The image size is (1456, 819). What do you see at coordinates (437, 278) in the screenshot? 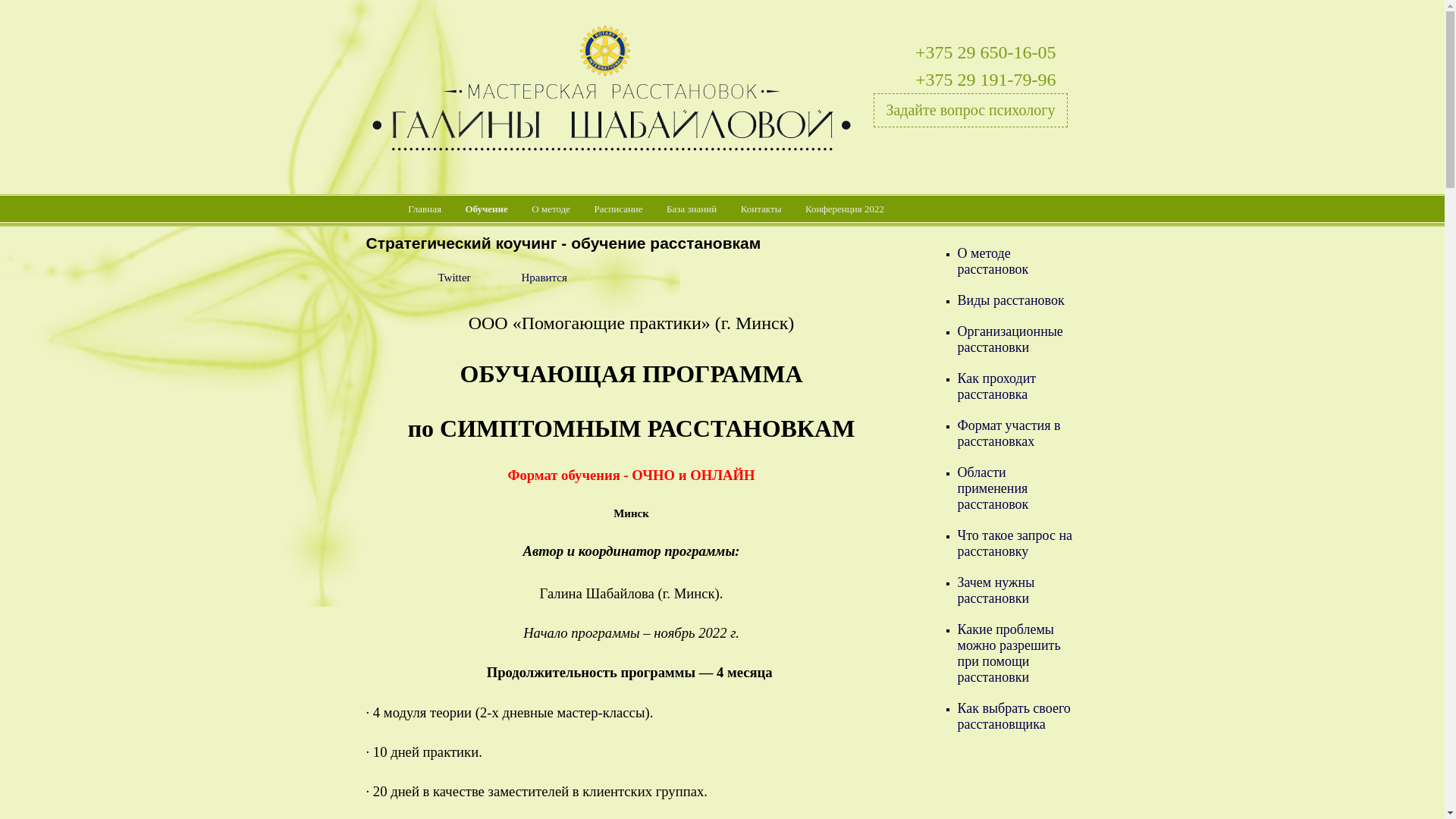
I see `'Twitter'` at bounding box center [437, 278].